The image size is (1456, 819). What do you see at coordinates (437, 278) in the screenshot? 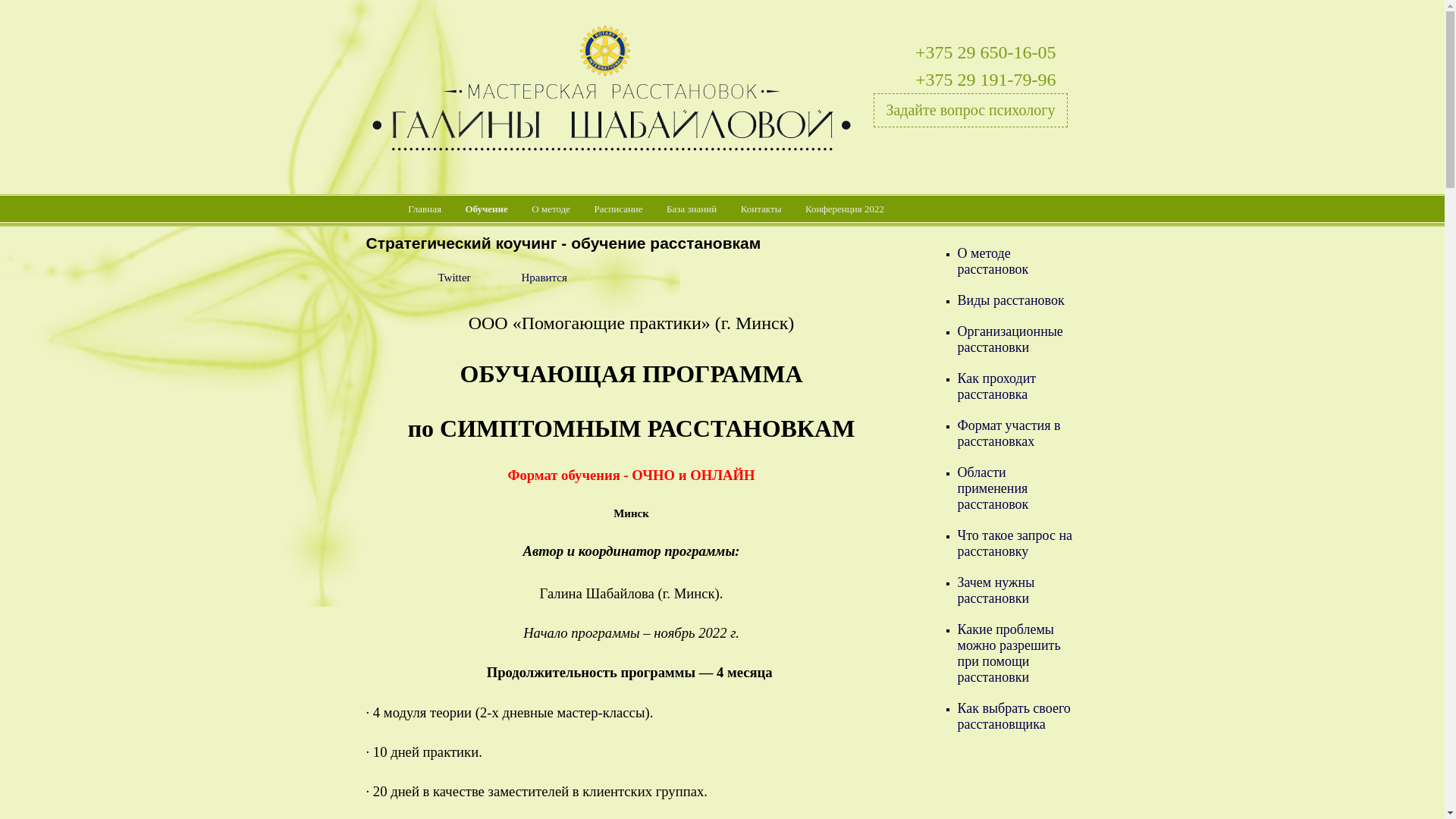
I see `'Twitter'` at bounding box center [437, 278].